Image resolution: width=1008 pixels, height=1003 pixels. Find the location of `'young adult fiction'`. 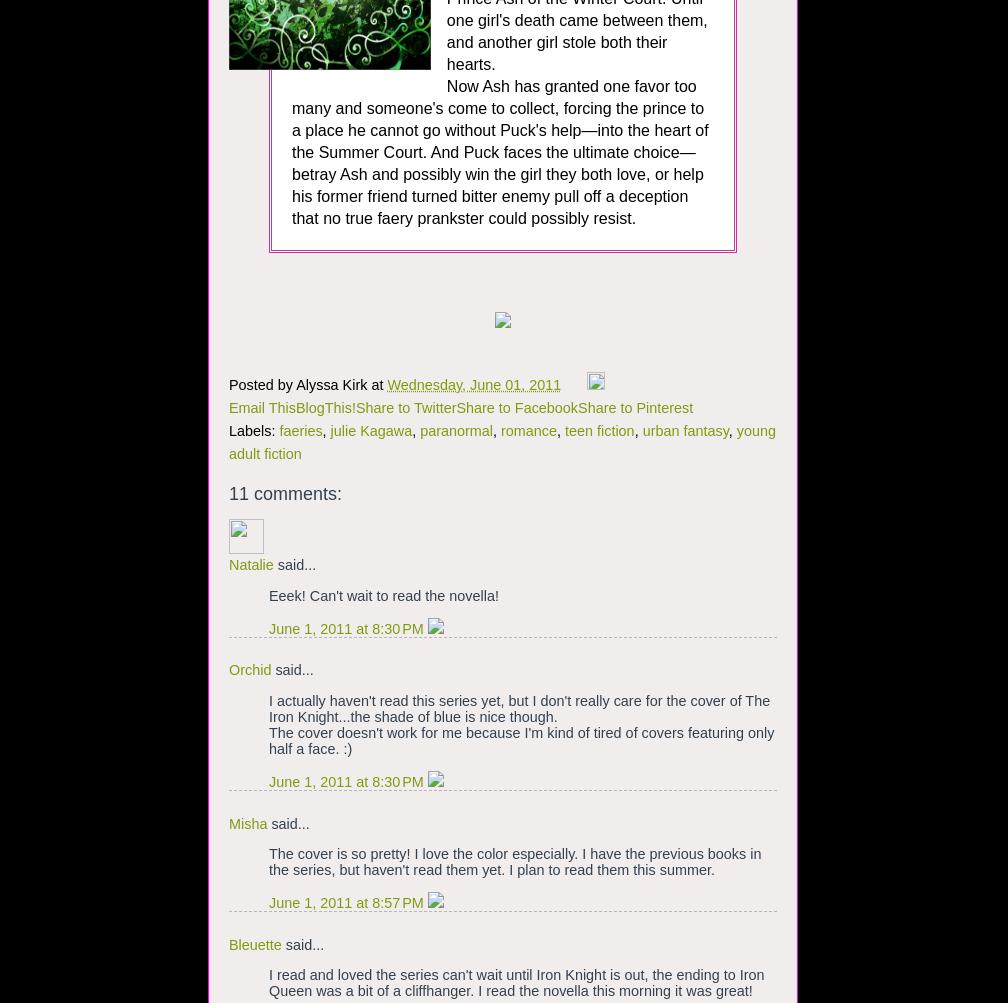

'young adult fiction' is located at coordinates (229, 441).